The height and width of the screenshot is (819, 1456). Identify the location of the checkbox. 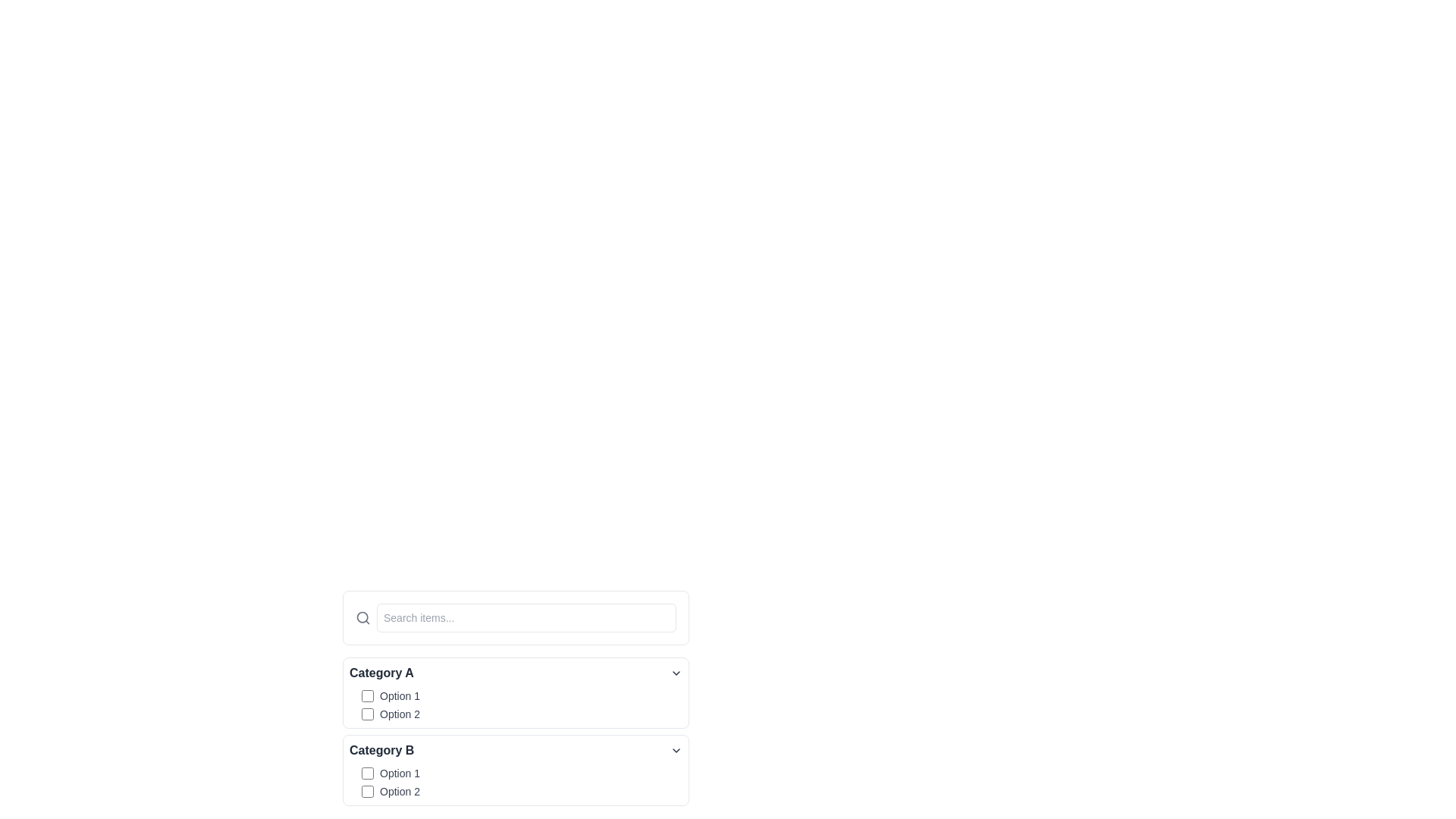
(516, 770).